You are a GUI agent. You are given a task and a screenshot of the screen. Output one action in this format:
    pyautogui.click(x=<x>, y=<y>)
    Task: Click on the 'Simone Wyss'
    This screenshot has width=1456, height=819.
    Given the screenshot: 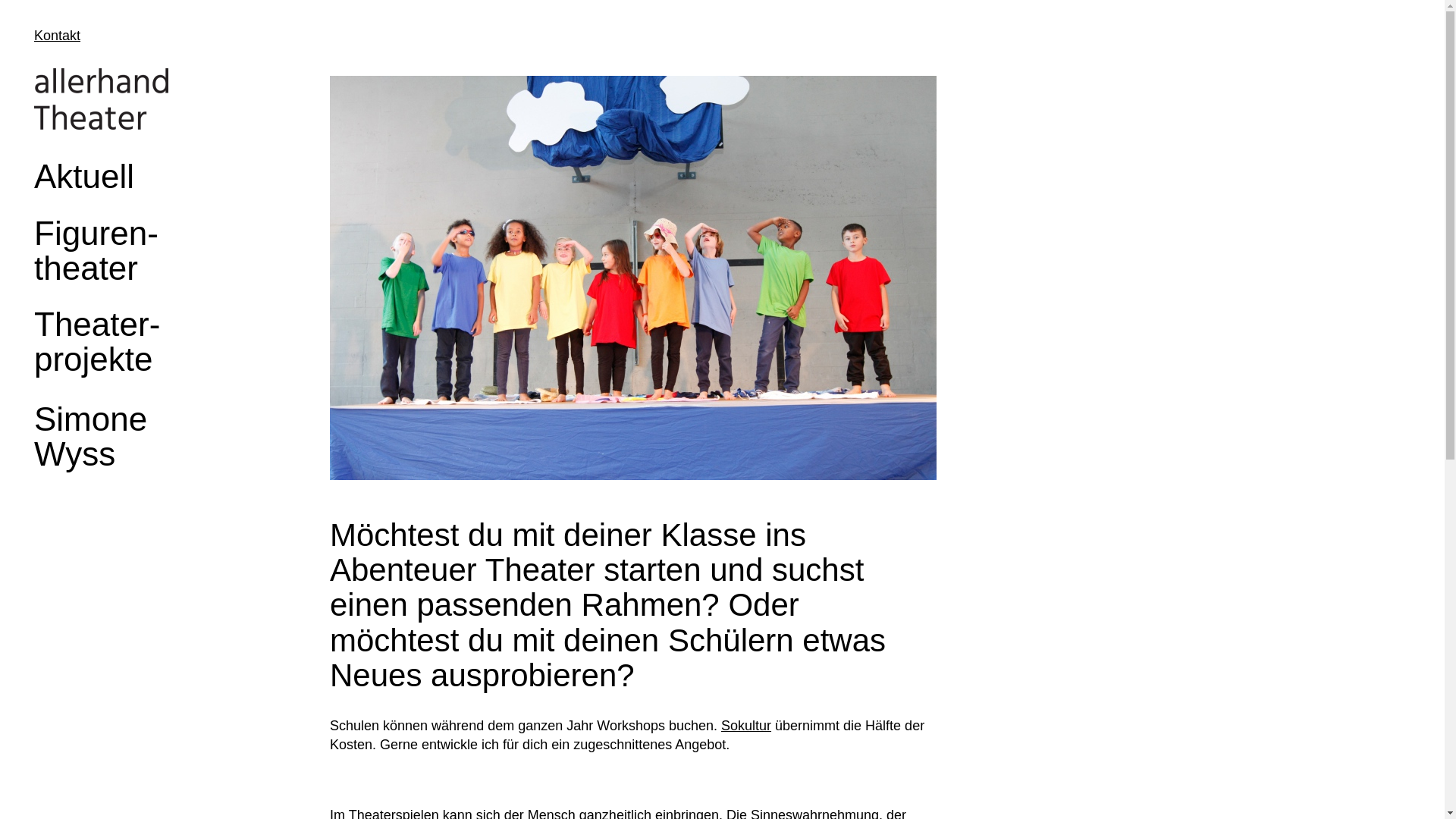 What is the action you would take?
    pyautogui.click(x=89, y=436)
    